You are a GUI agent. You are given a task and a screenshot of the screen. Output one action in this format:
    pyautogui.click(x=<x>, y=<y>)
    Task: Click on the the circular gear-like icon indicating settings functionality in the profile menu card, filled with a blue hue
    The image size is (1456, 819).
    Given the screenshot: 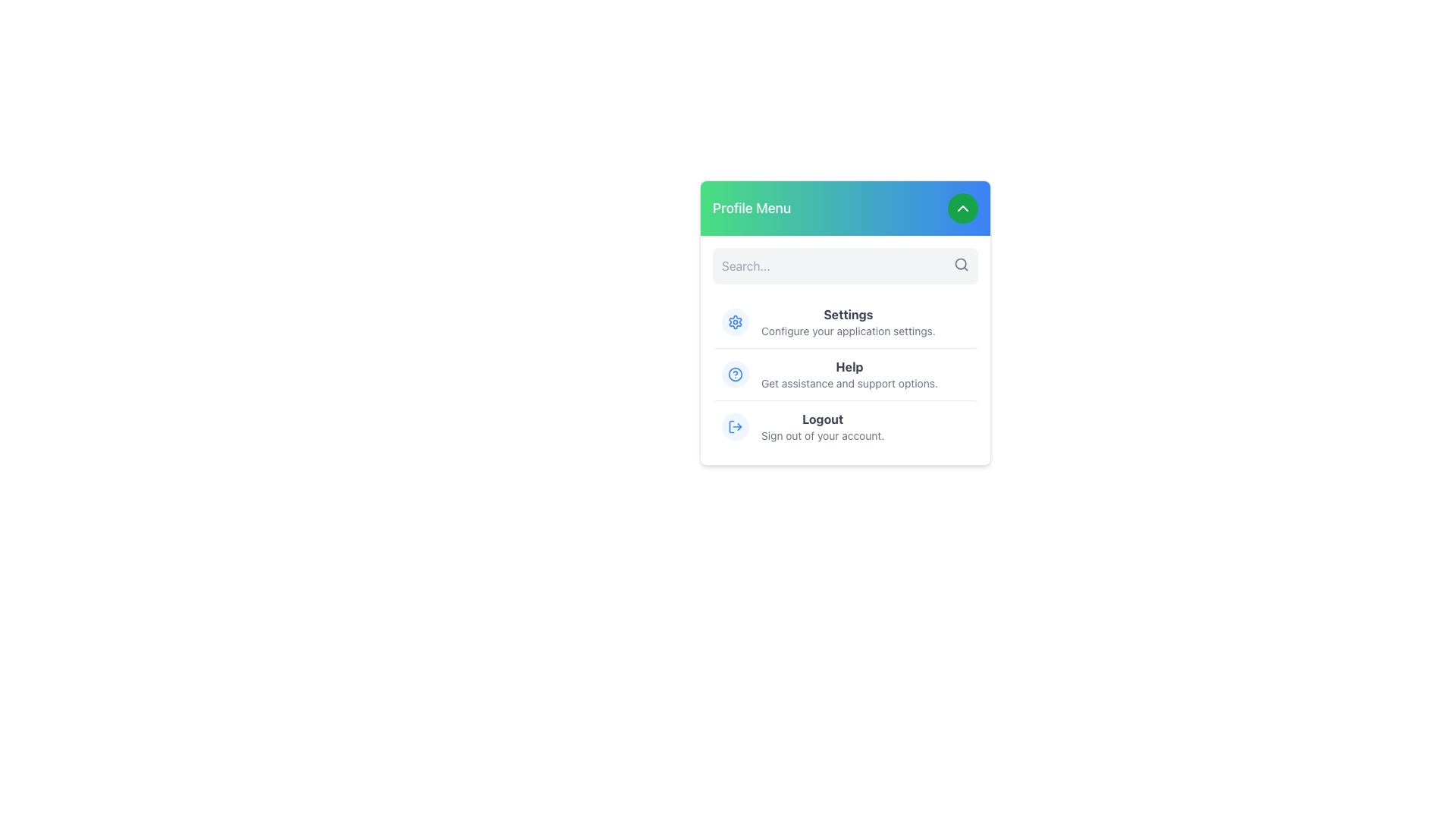 What is the action you would take?
    pyautogui.click(x=735, y=321)
    